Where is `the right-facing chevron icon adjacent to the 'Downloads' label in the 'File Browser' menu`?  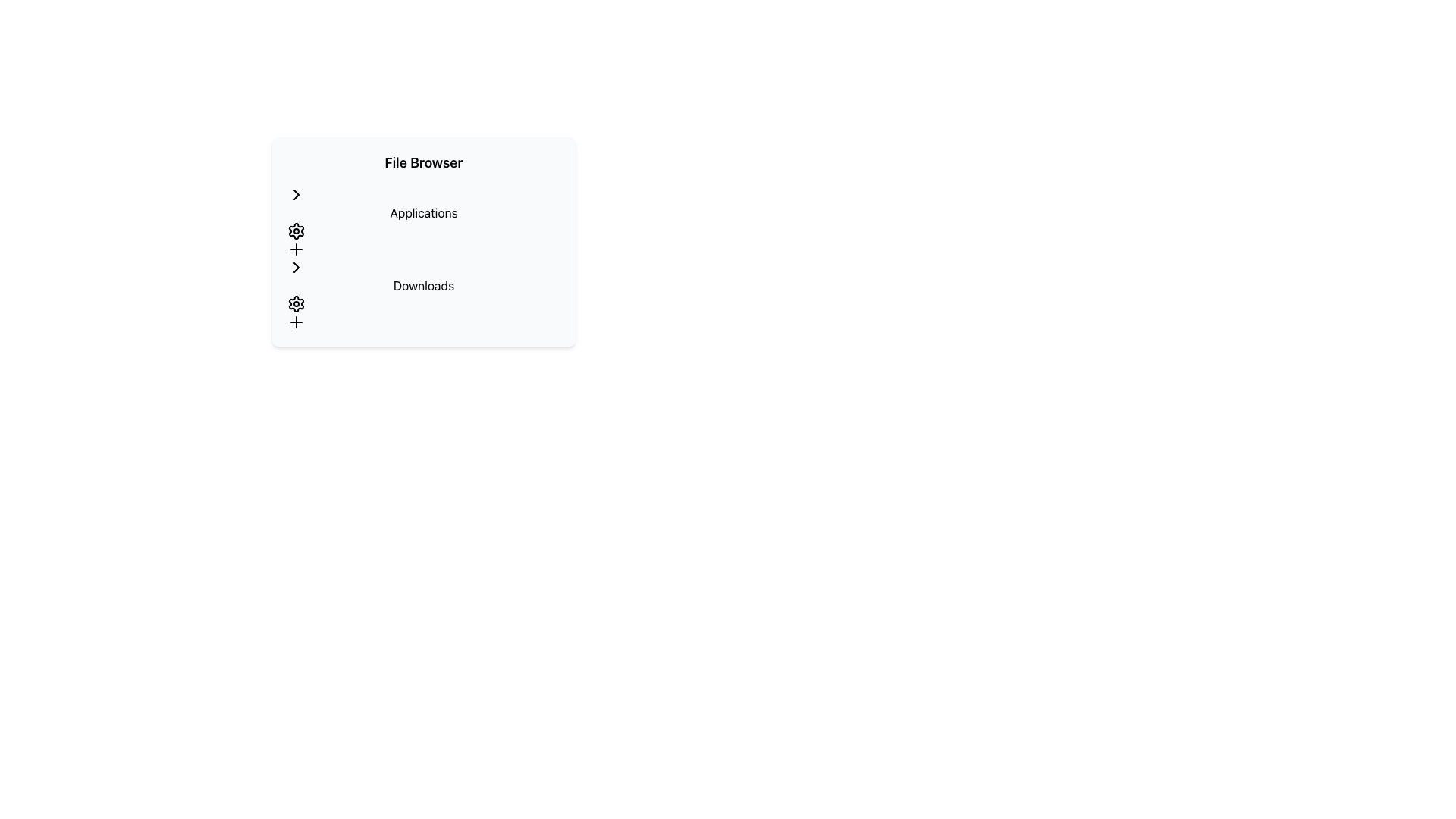
the right-facing chevron icon adjacent to the 'Downloads' label in the 'File Browser' menu is located at coordinates (296, 267).